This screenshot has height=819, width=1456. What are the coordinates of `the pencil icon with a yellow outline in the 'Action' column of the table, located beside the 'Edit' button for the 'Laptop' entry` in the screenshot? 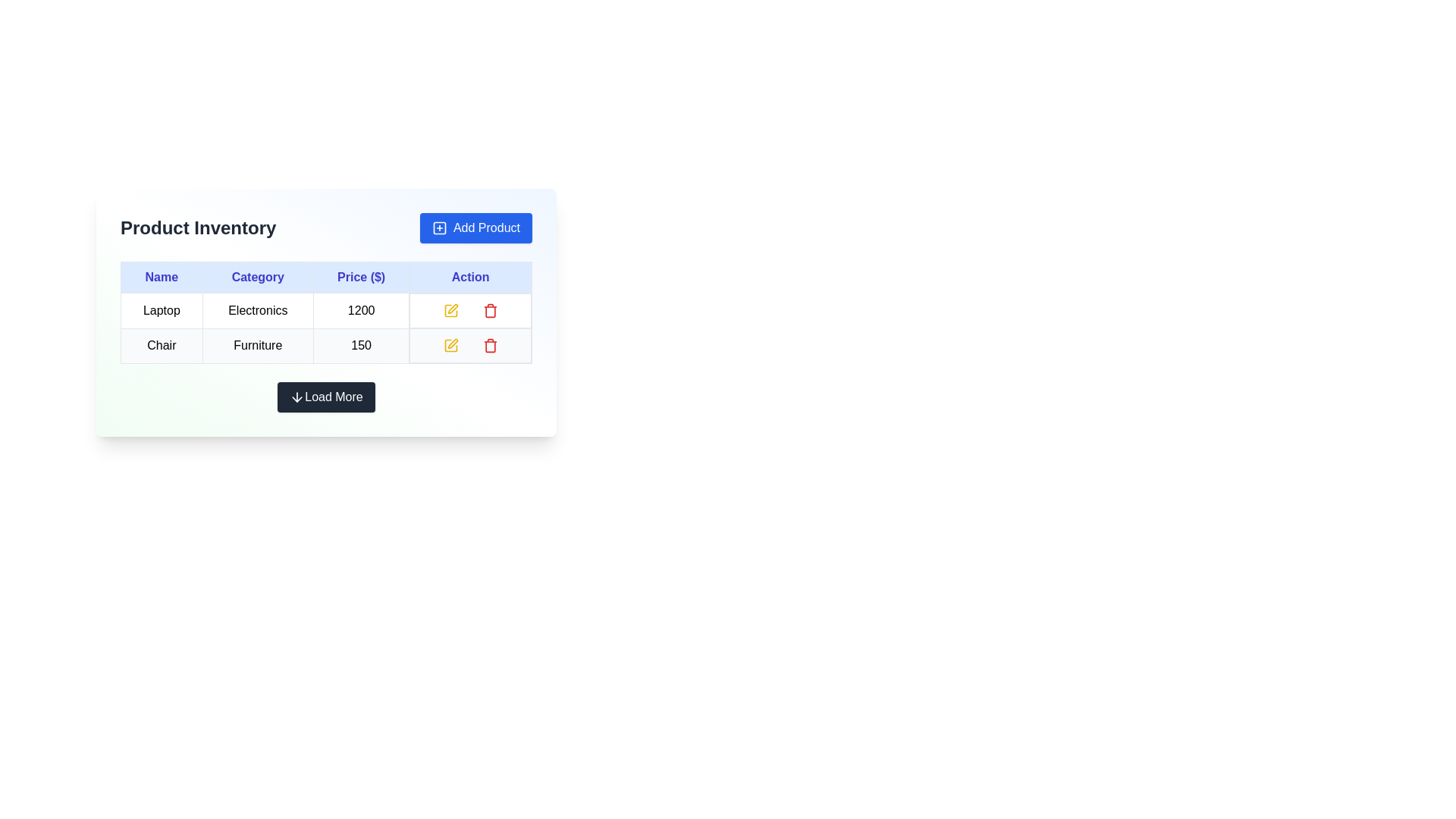 It's located at (452, 308).